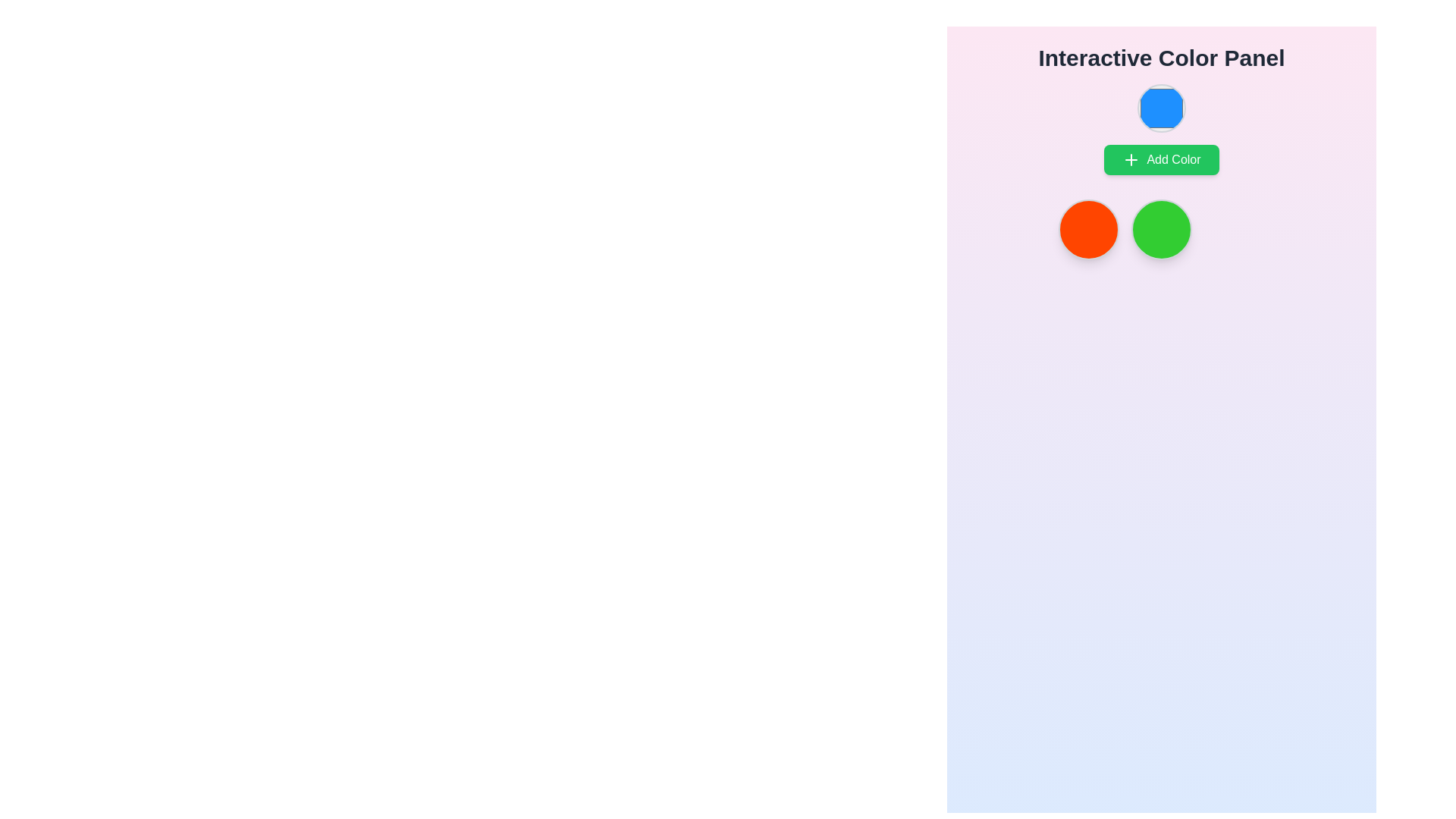 This screenshot has height=819, width=1456. Describe the element at coordinates (1131, 160) in the screenshot. I see `the area surrounding the 'Add Color' button, which contains the small icon resembling a cross, to interact indirectly with the icon` at that location.